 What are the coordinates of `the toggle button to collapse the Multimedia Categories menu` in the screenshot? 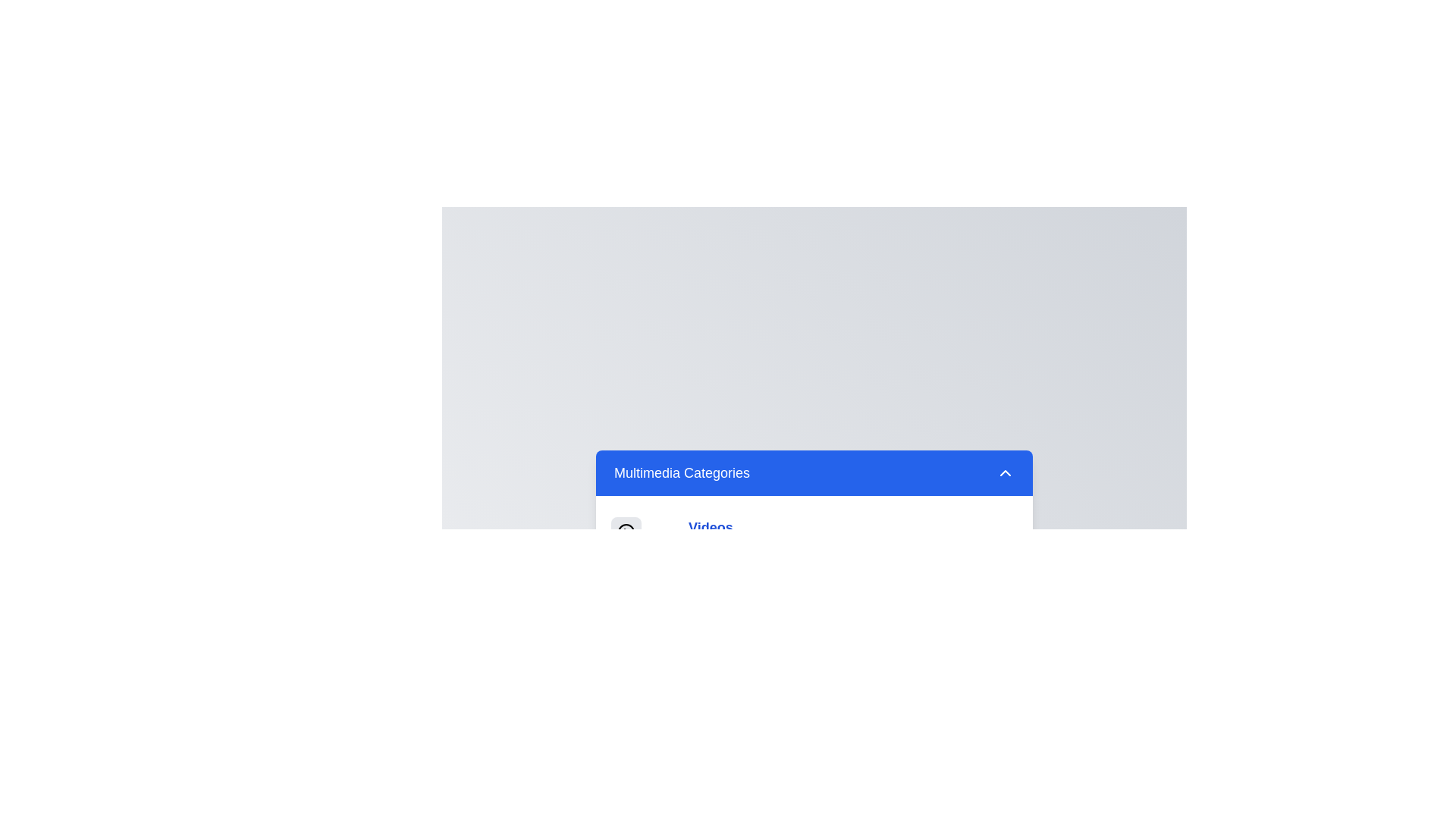 It's located at (814, 472).